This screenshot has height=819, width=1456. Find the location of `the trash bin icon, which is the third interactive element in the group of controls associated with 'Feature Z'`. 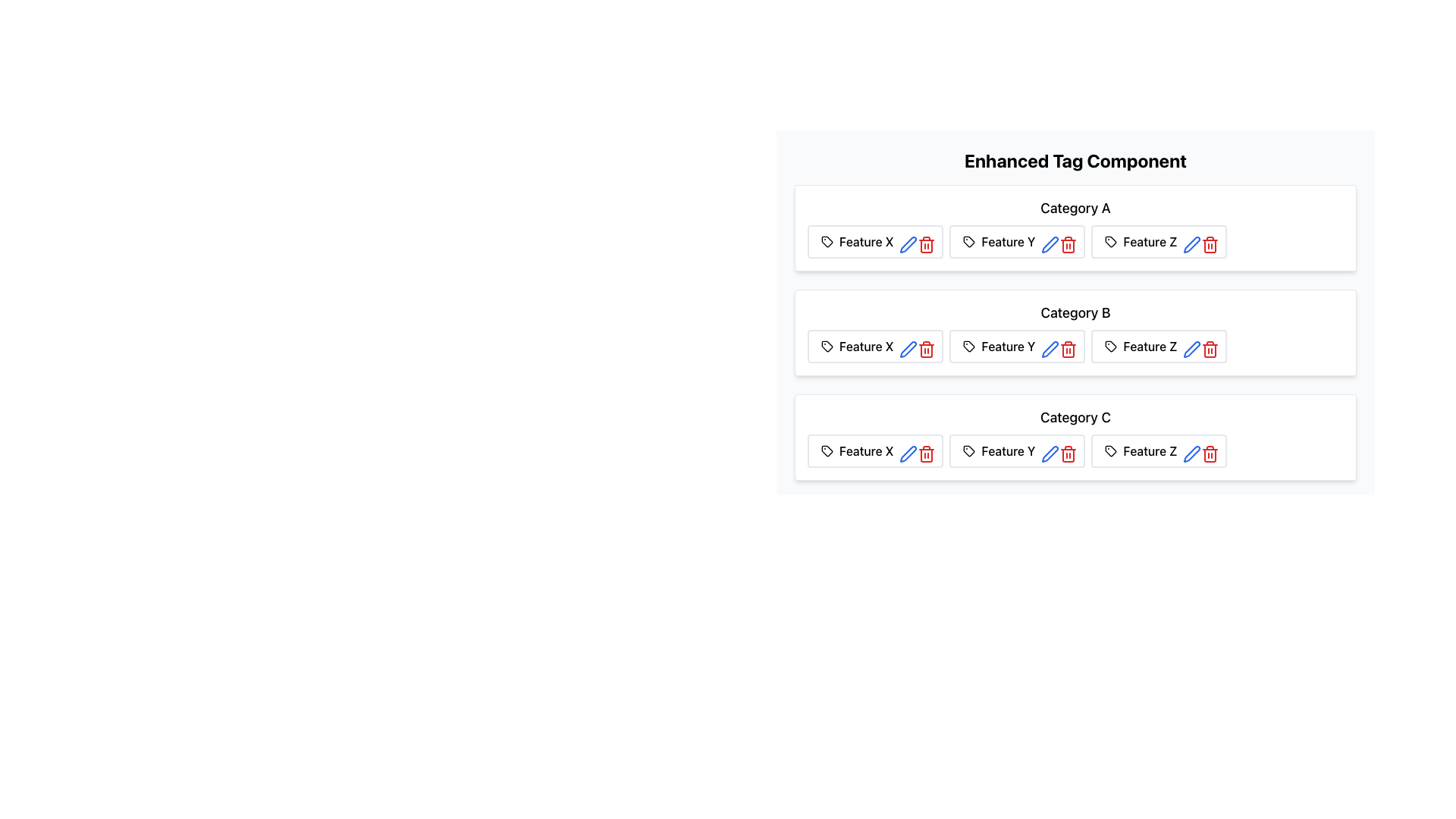

the trash bin icon, which is the third interactive element in the group of controls associated with 'Feature Z' is located at coordinates (1207, 346).